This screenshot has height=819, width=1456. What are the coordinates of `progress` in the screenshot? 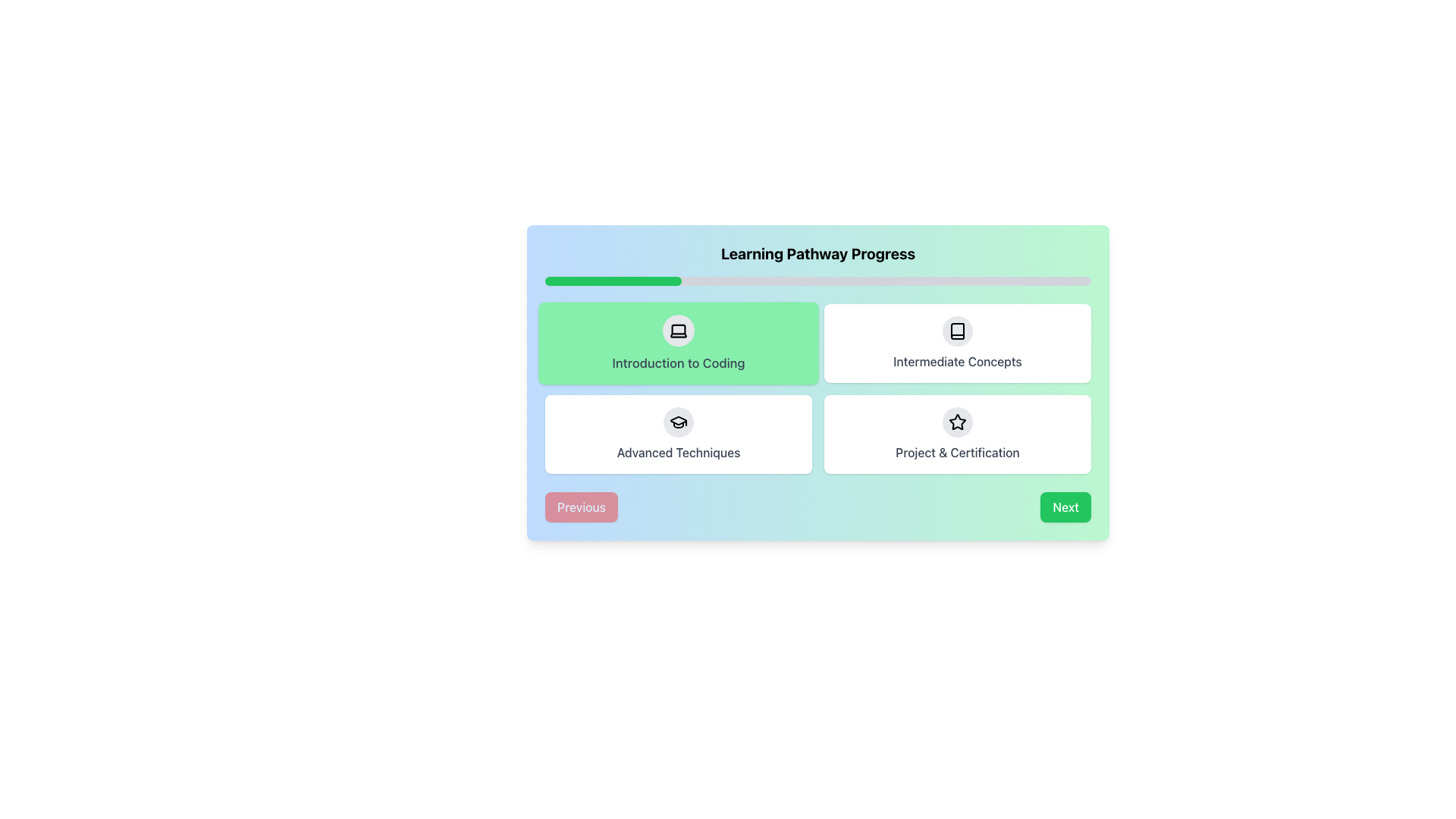 It's located at (730, 281).